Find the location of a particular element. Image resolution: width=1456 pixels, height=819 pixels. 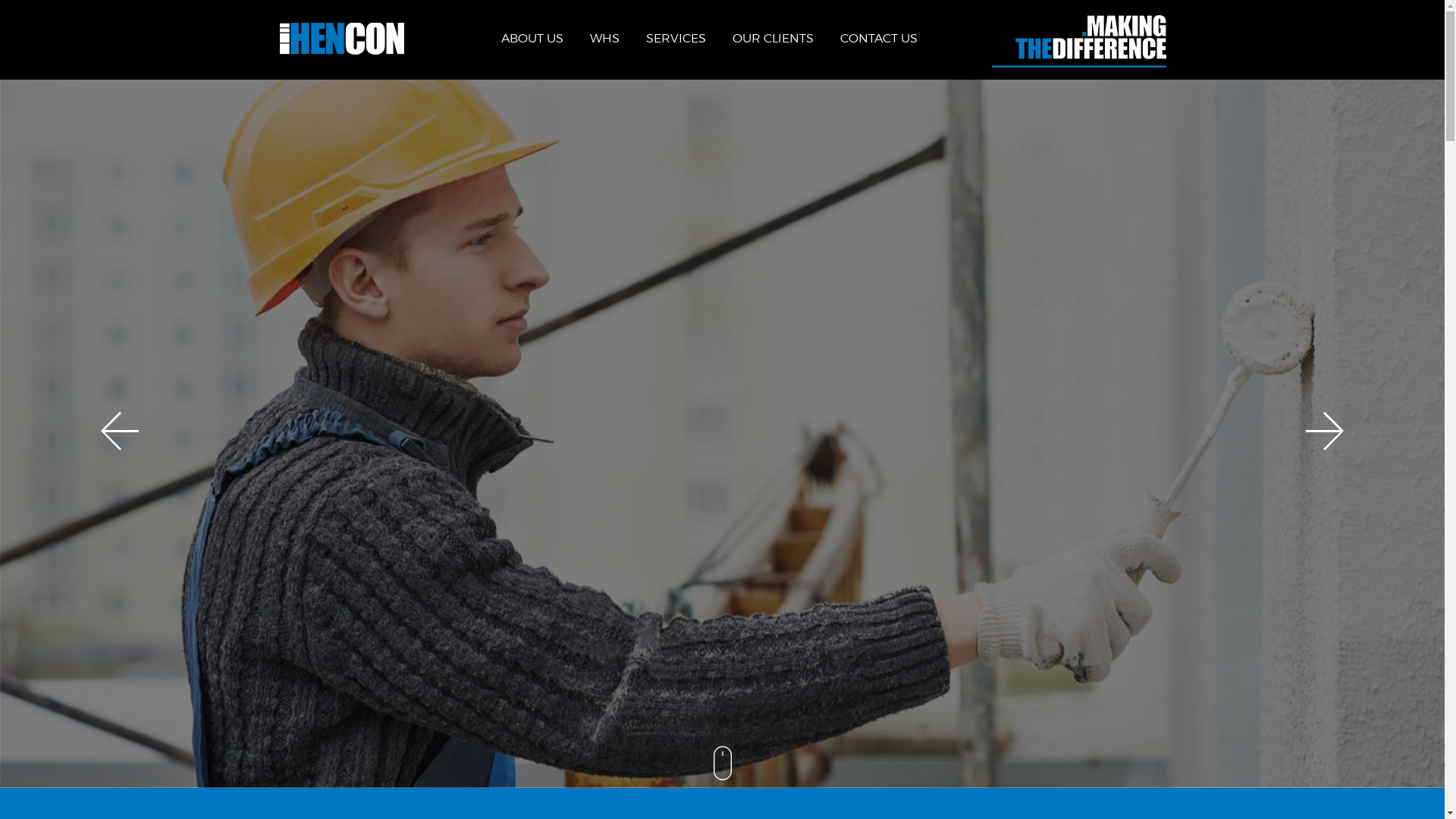

'SERVICES' is located at coordinates (675, 37).